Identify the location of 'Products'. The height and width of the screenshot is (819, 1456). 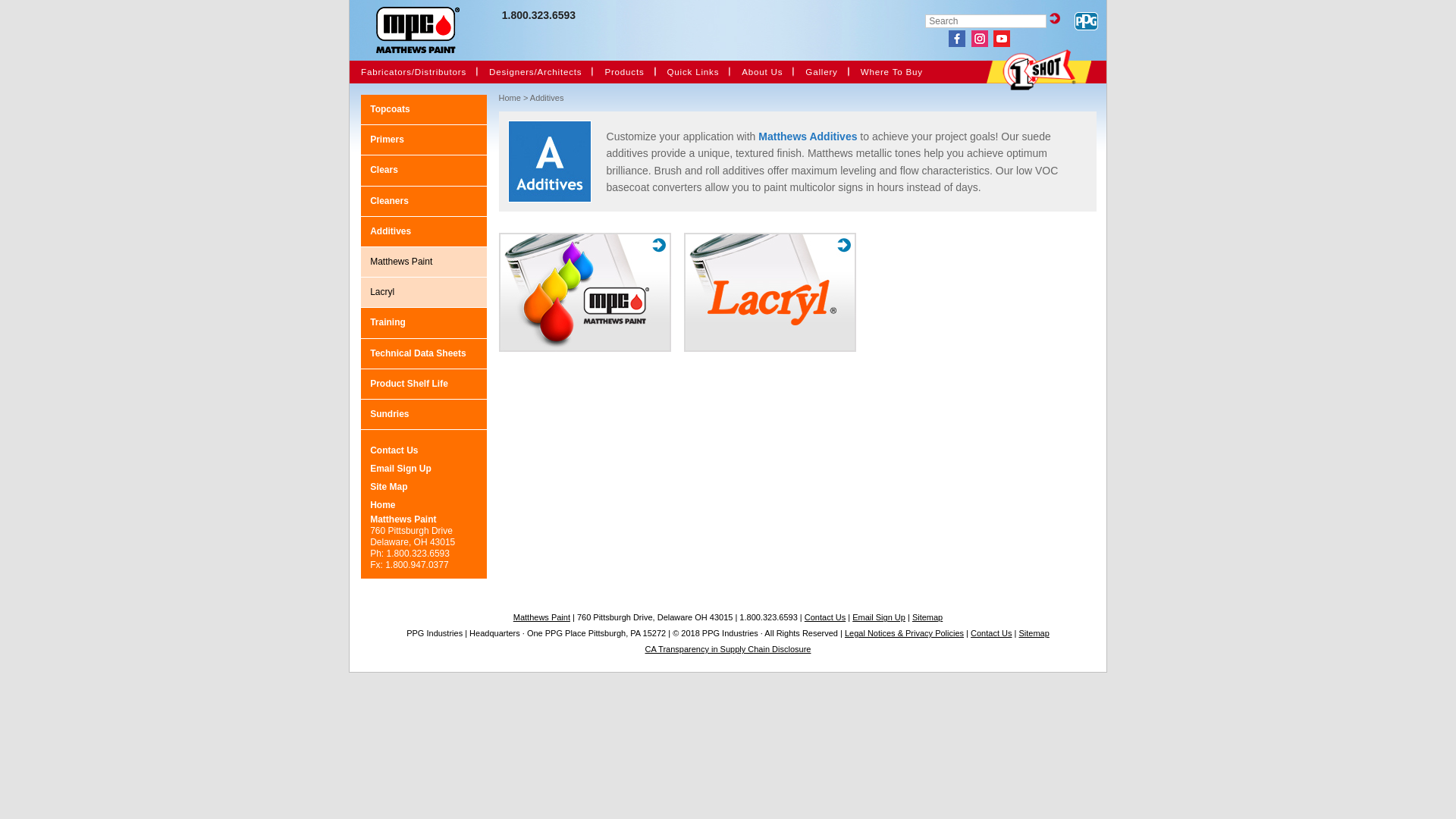
(623, 72).